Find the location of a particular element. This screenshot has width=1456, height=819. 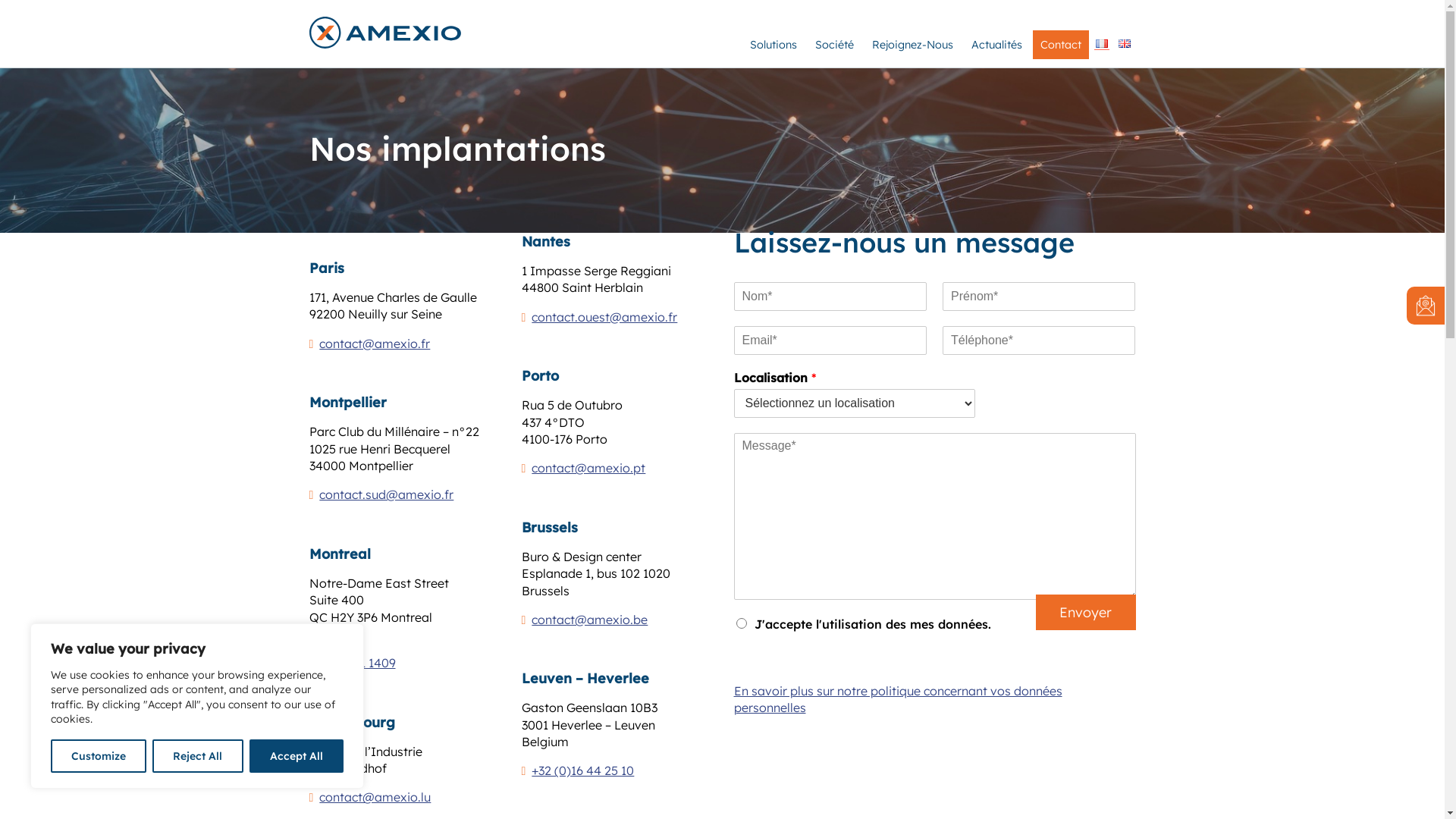

'Envoyer' is located at coordinates (1035, 611).